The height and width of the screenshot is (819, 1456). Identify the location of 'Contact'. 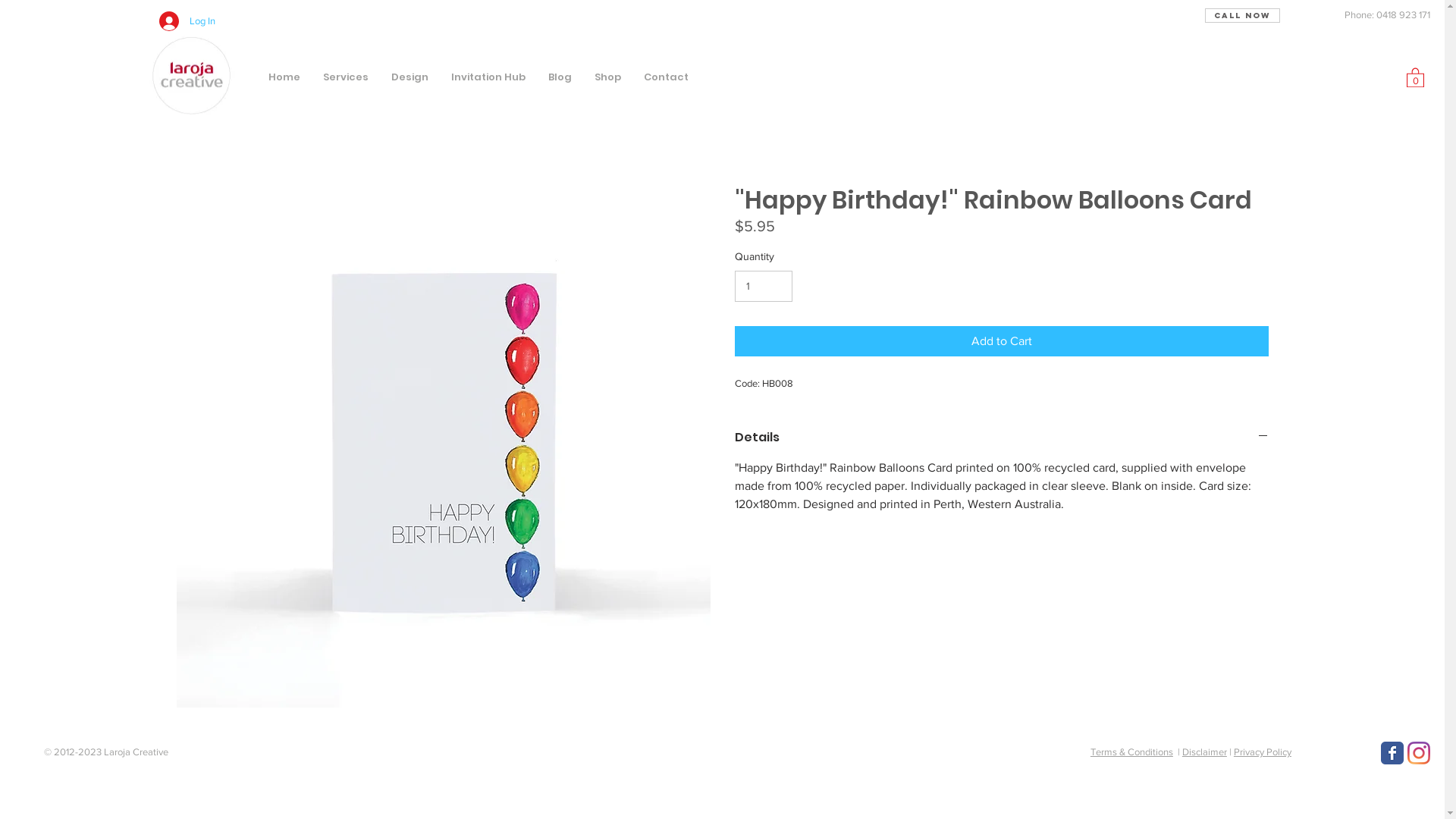
(666, 76).